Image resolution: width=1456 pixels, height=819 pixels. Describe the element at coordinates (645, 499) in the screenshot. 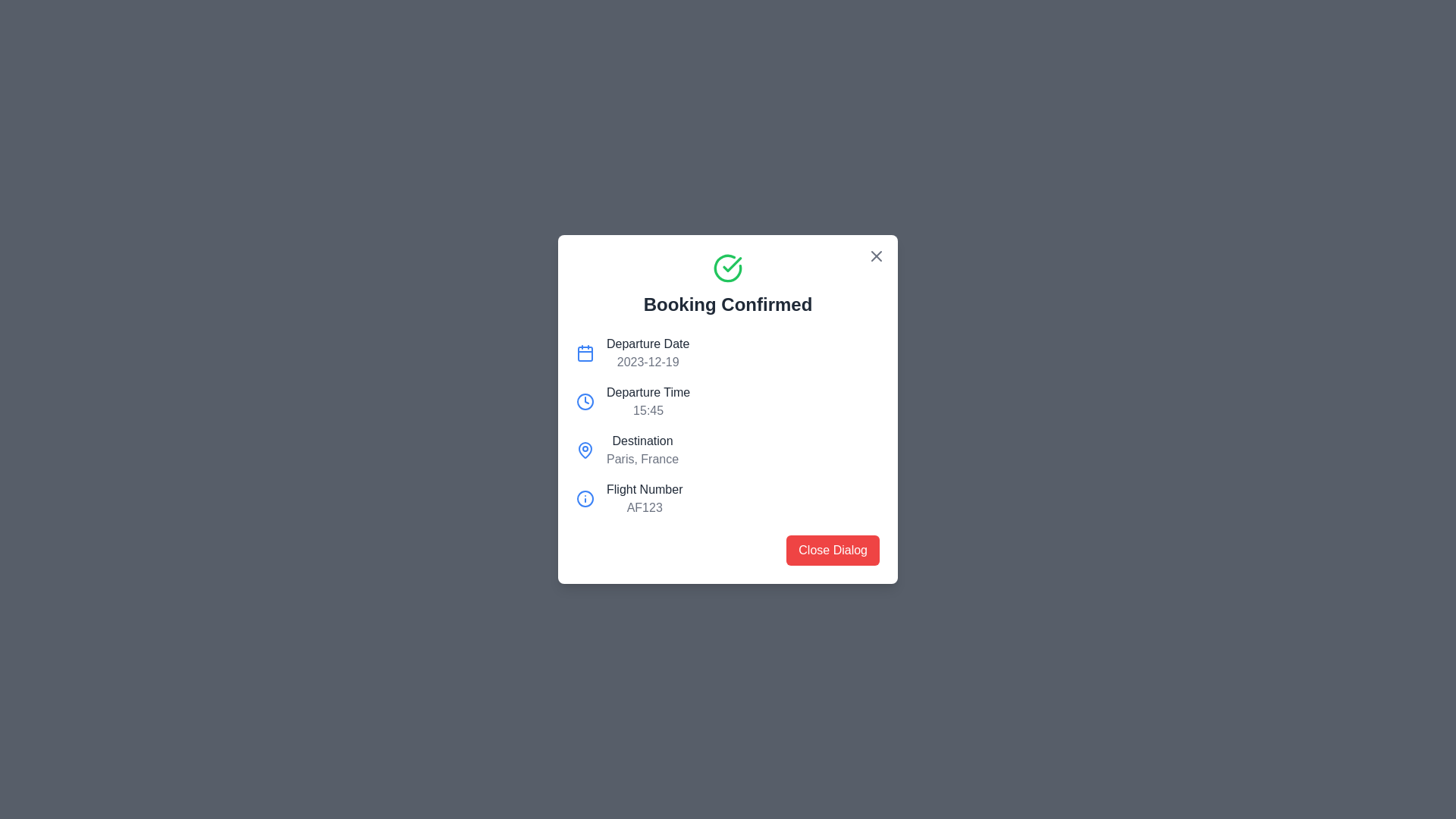

I see `the flight number label in the lower part of the dialog box, which is the fourth item in a vertical list and located to the right of an information icon` at that location.